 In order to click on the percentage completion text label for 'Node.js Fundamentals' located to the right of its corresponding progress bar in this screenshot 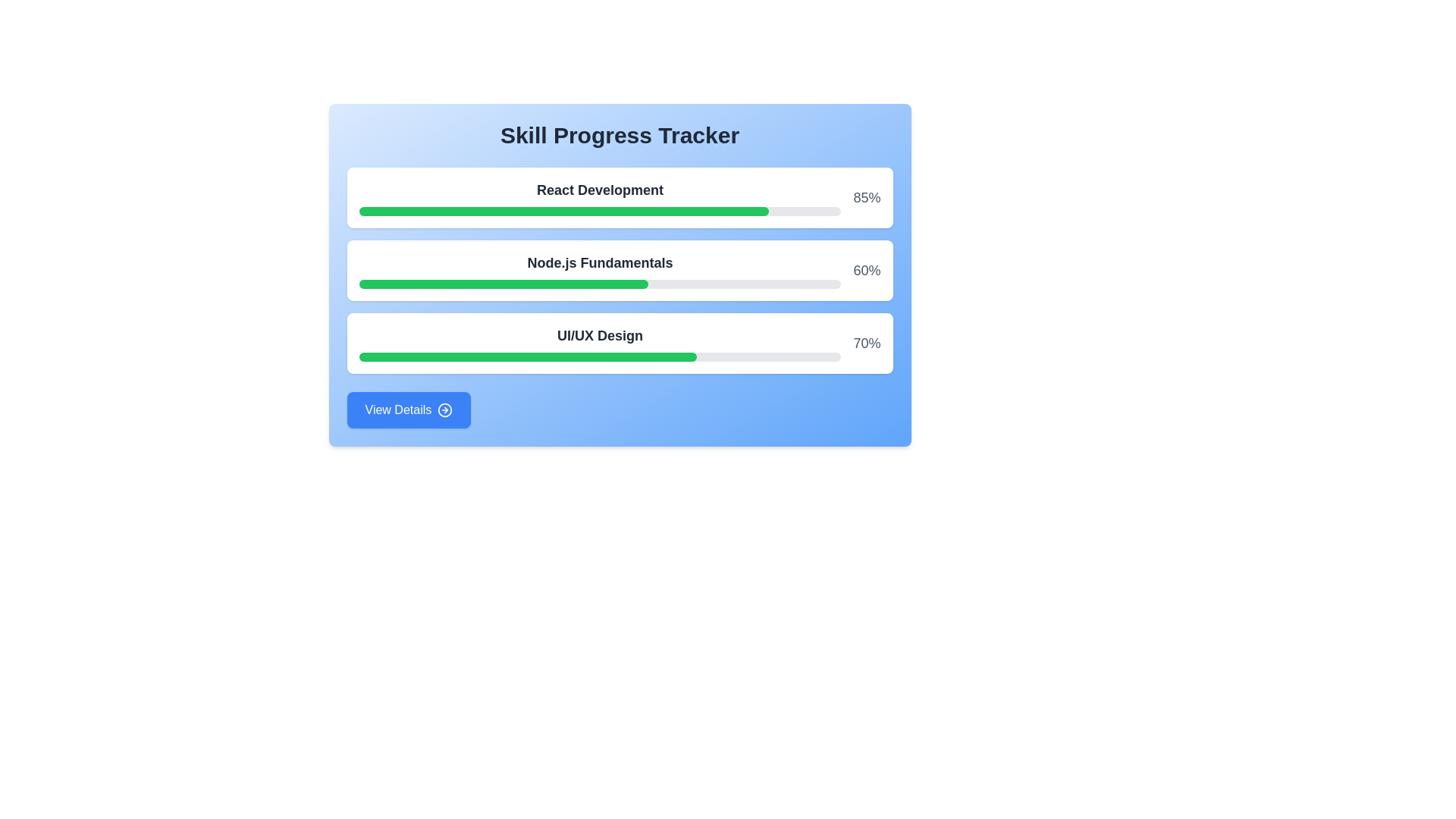, I will do `click(867, 270)`.